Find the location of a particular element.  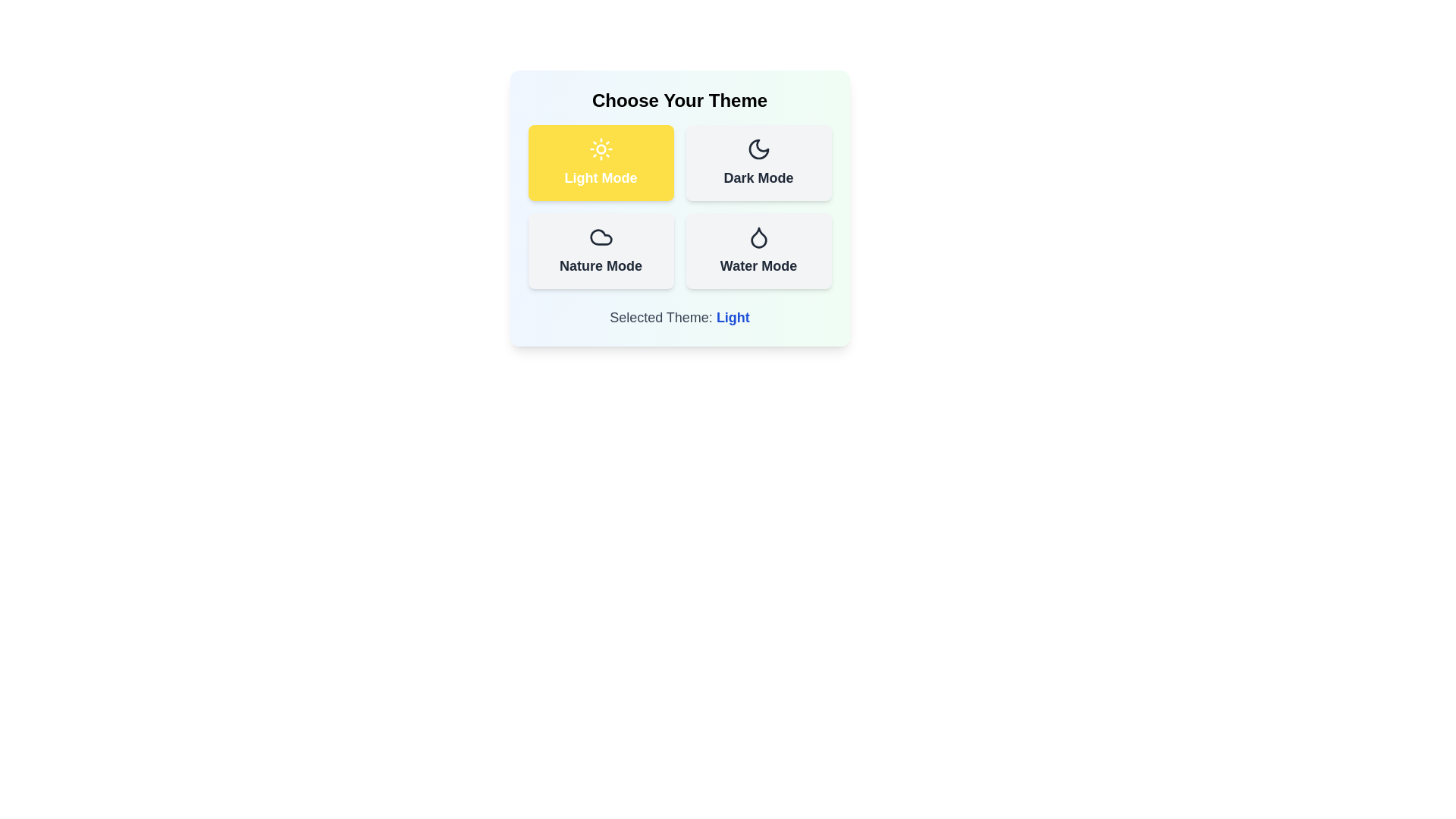

the theme by clicking on the corresponding button. The parameter Light Mode specifies the theme to select is located at coordinates (600, 163).